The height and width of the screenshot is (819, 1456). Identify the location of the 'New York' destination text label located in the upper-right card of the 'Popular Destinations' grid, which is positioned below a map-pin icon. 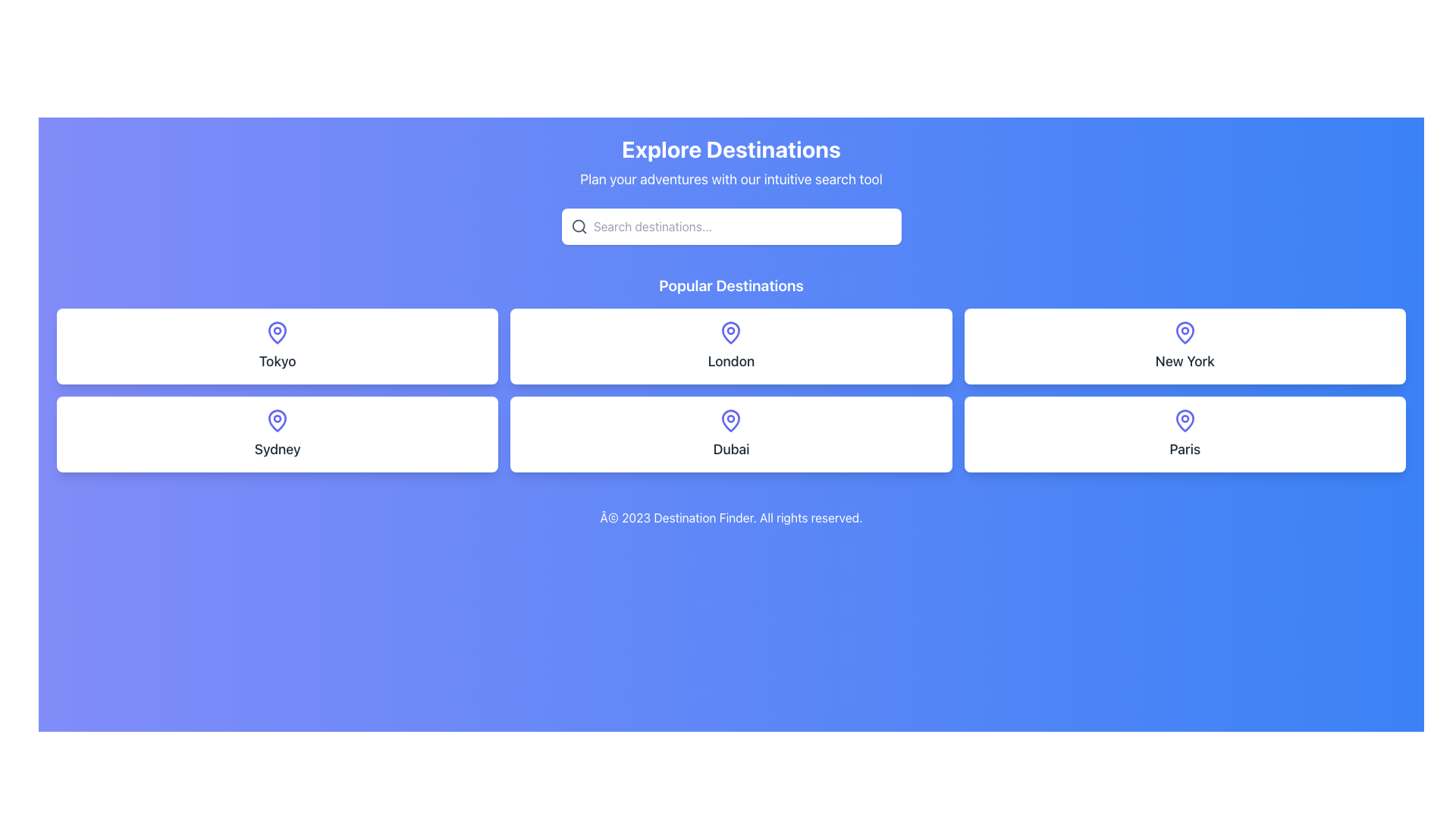
(1184, 362).